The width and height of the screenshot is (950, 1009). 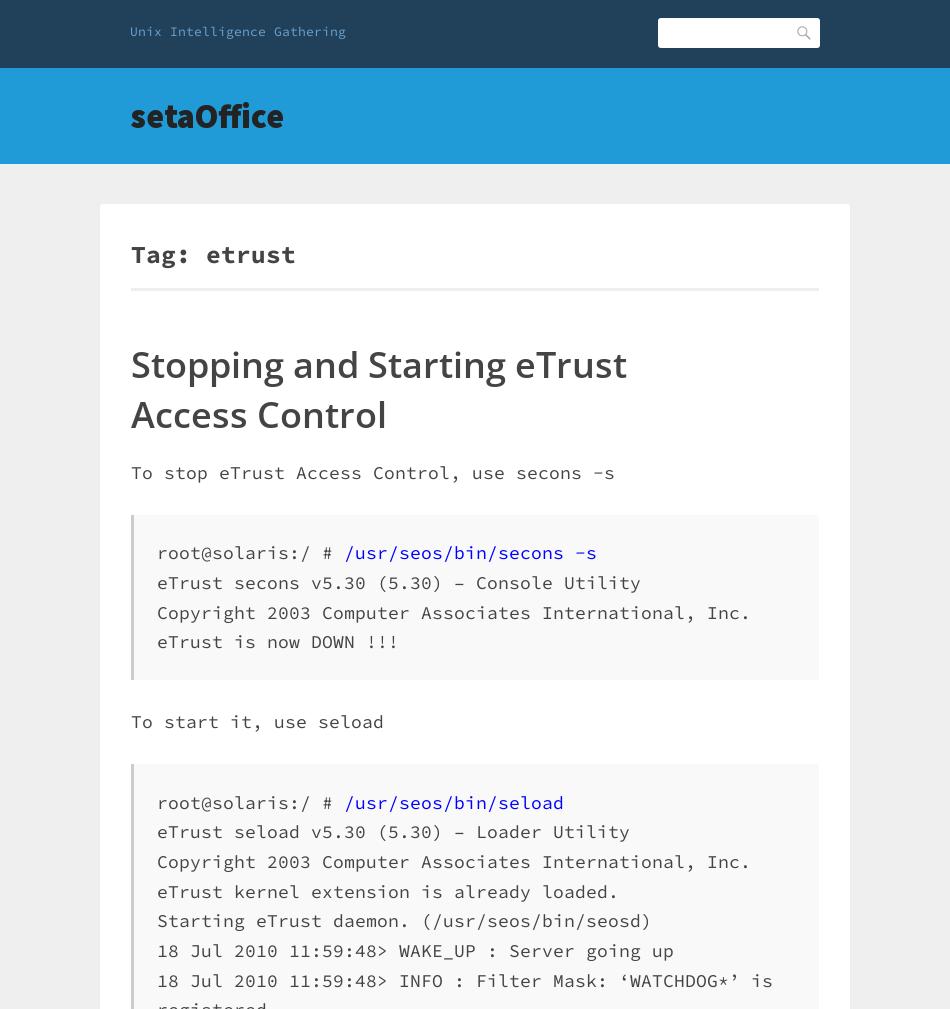 I want to click on '/usr/seos/bin/secons -s', so click(x=469, y=552).